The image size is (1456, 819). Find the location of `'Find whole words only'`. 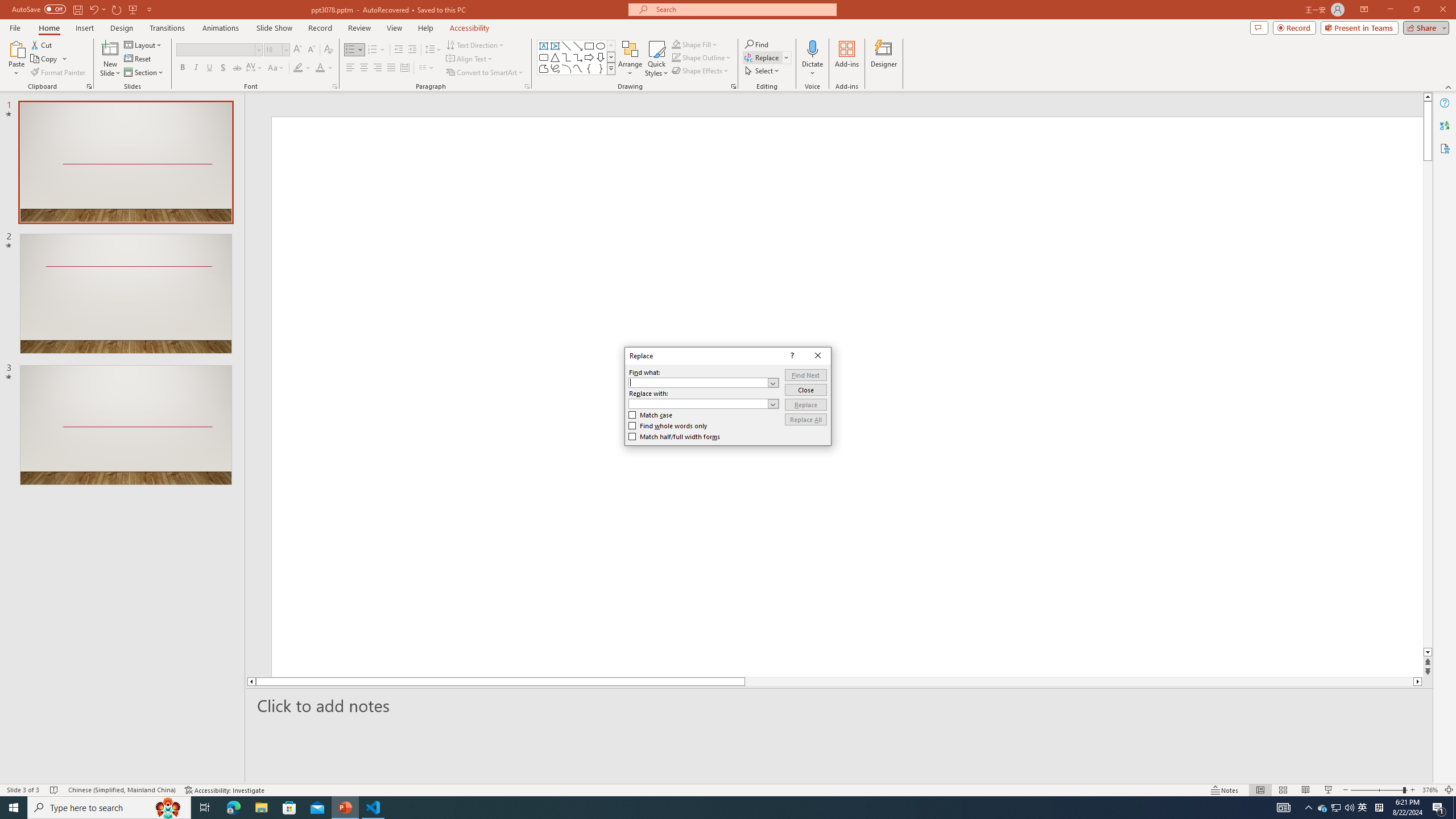

'Find whole words only' is located at coordinates (668, 425).